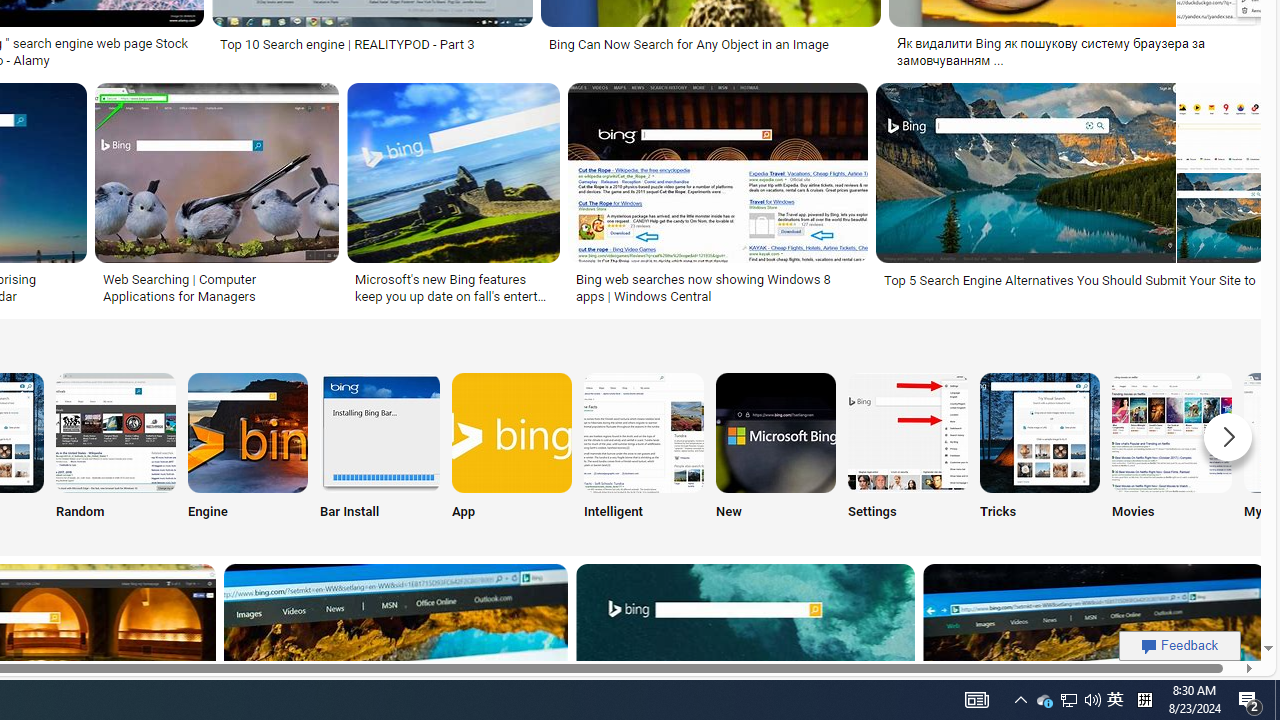 Image resolution: width=1280 pixels, height=720 pixels. I want to click on 'Engine', so click(247, 450).